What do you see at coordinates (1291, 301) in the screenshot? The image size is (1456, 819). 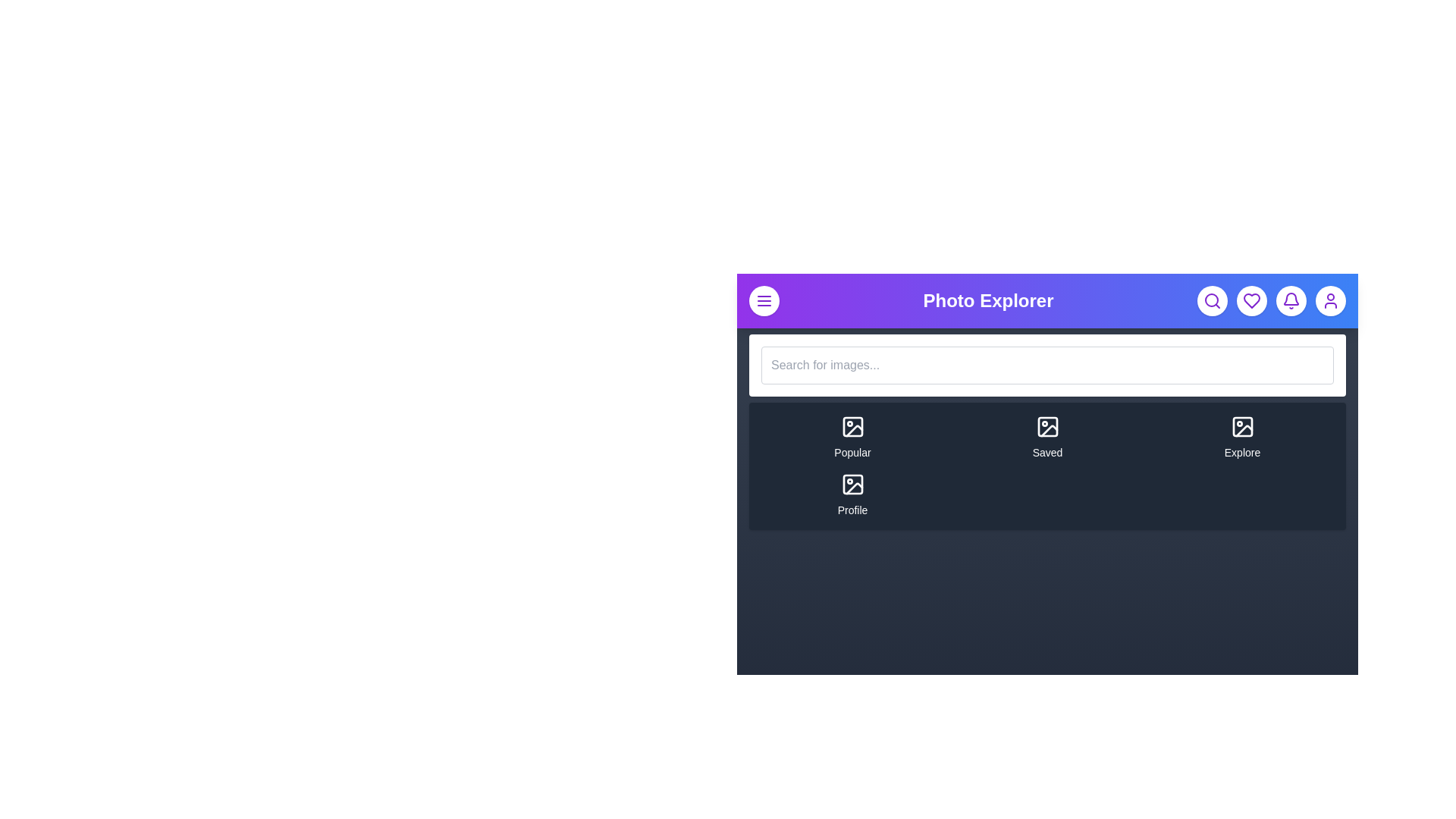 I see `the bell icon to open the notifications` at bounding box center [1291, 301].